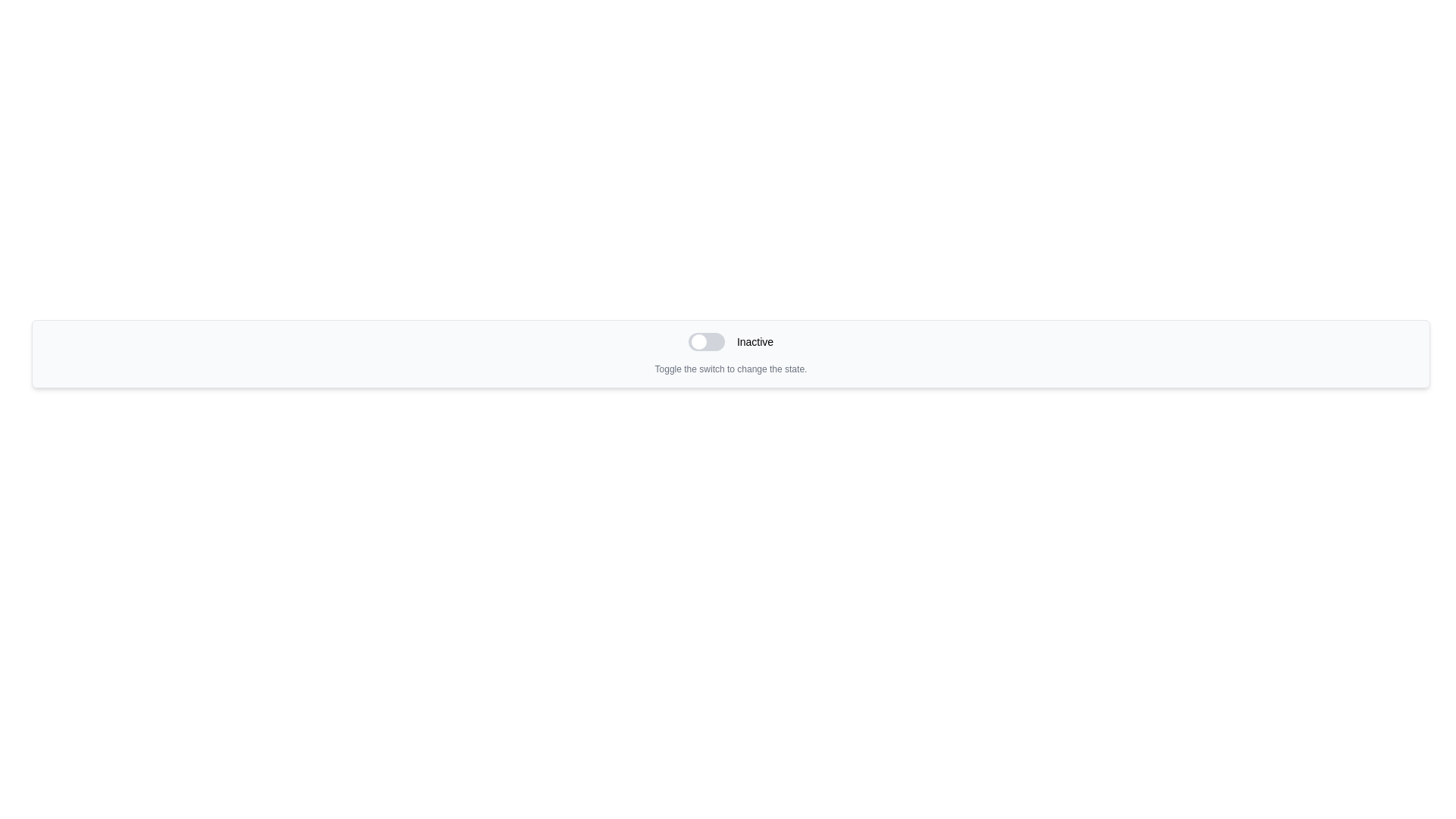  Describe the element at coordinates (705, 342) in the screenshot. I see `the toggle switch located to the left of the text label 'Inactive'` at that location.